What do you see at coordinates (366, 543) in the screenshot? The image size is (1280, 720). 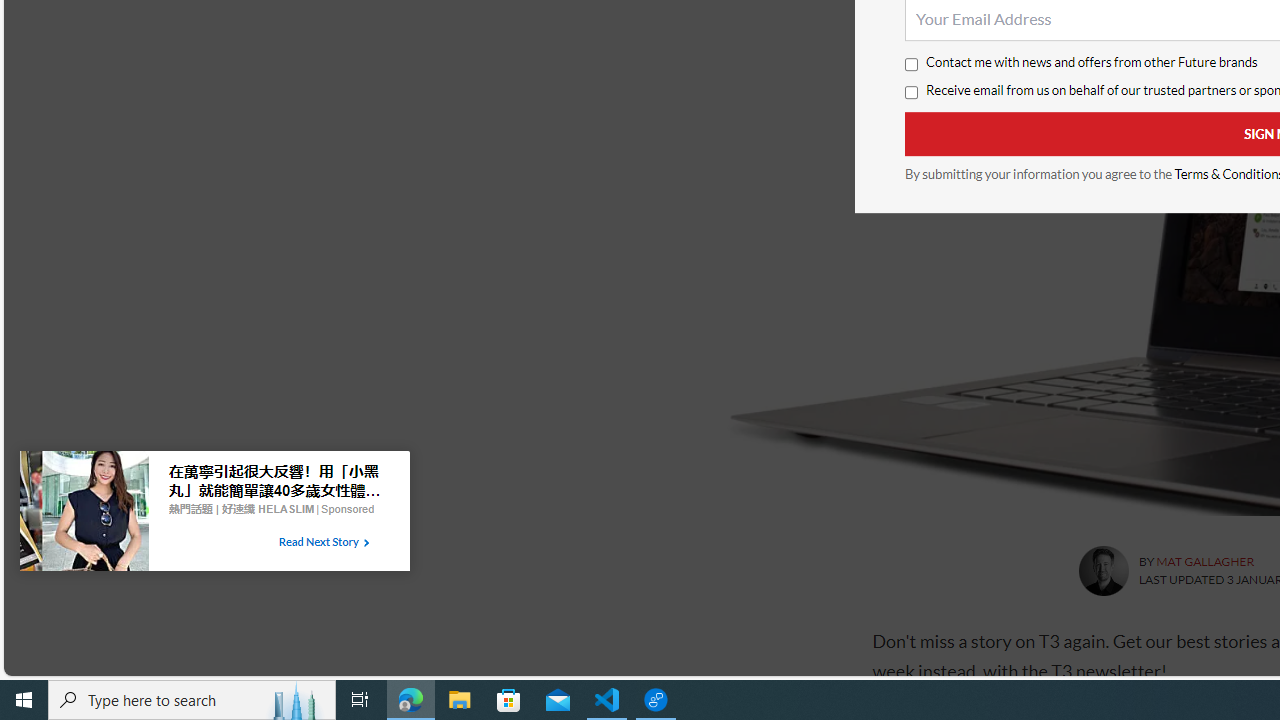 I see `'Class: tbl-arrow-icon arrow-1'` at bounding box center [366, 543].